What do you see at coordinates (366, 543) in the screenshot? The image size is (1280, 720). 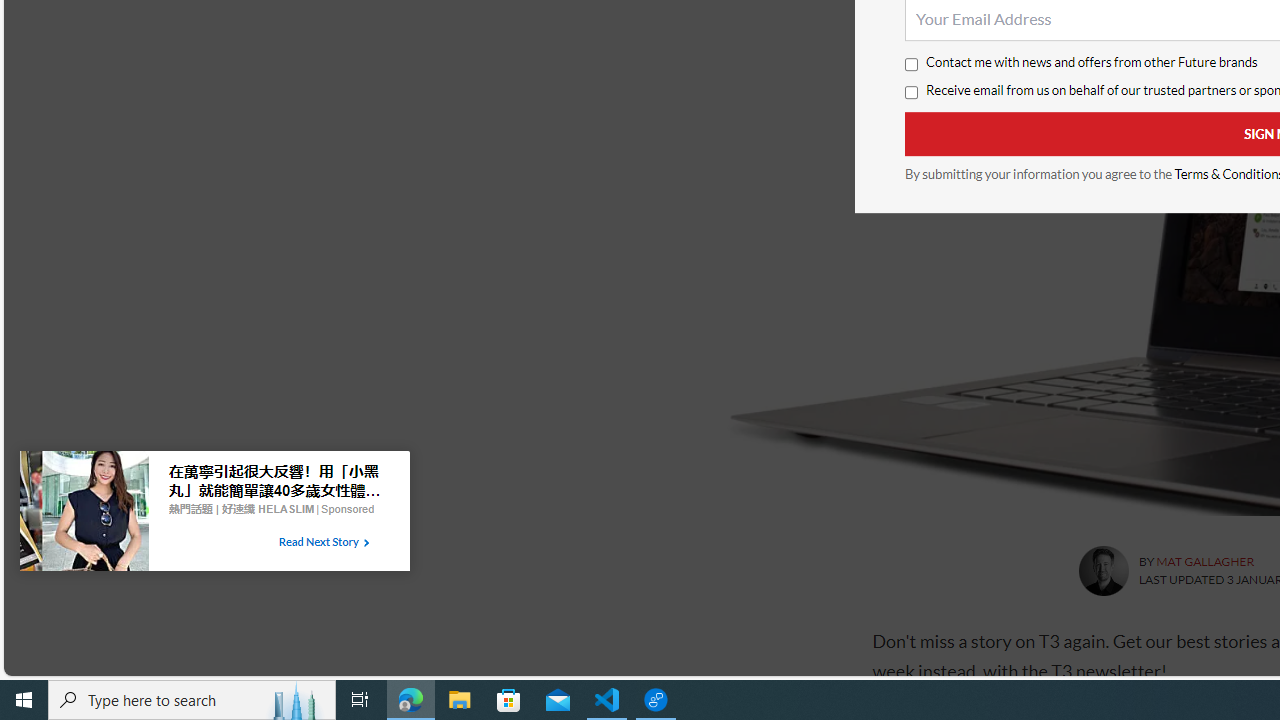 I see `'Class: tbl-arrow-icon arrow-1'` at bounding box center [366, 543].